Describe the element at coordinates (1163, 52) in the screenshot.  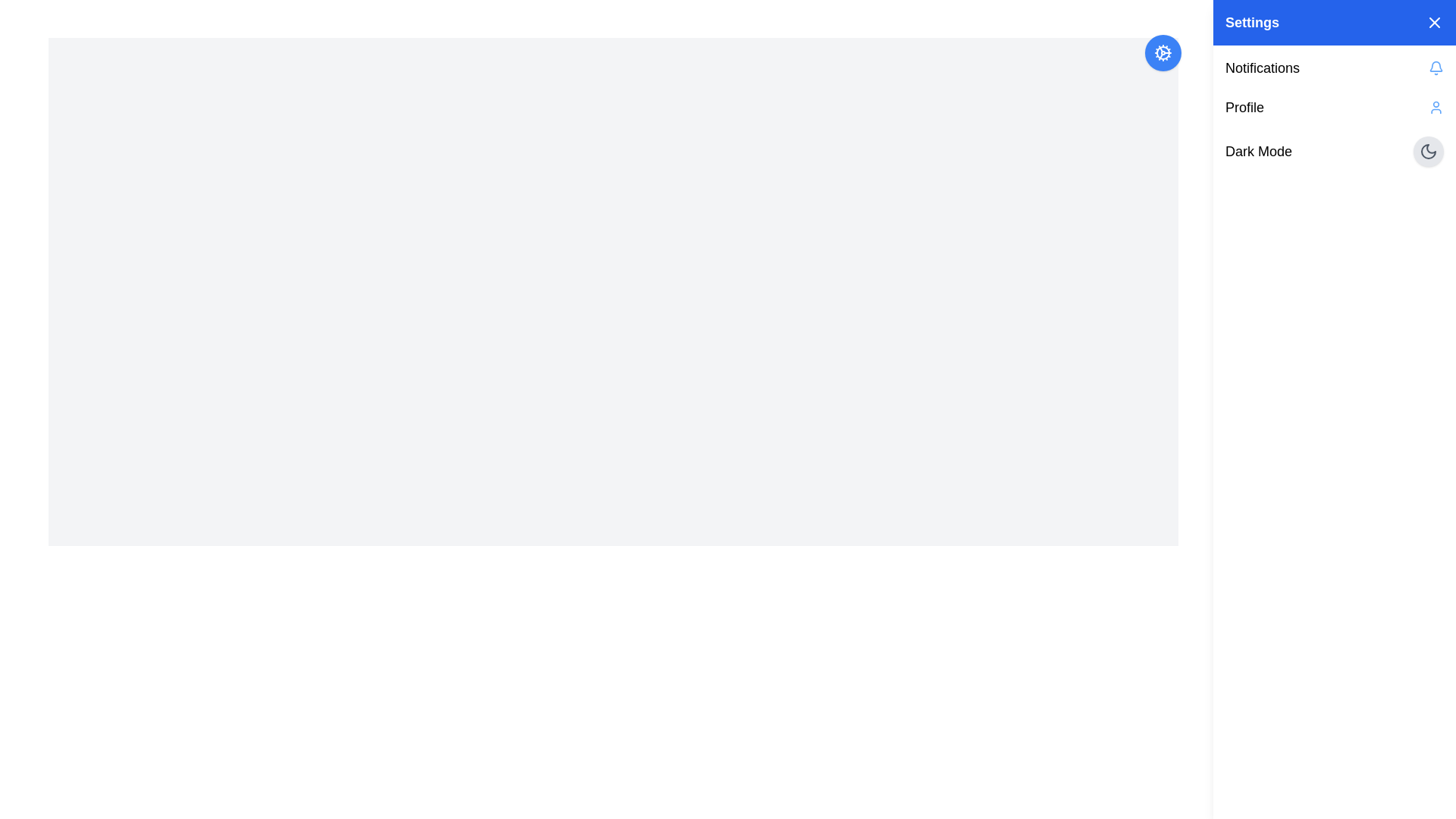
I see `the cogwheel icon located at the top-right corner of the interface to trigger a tooltip` at that location.